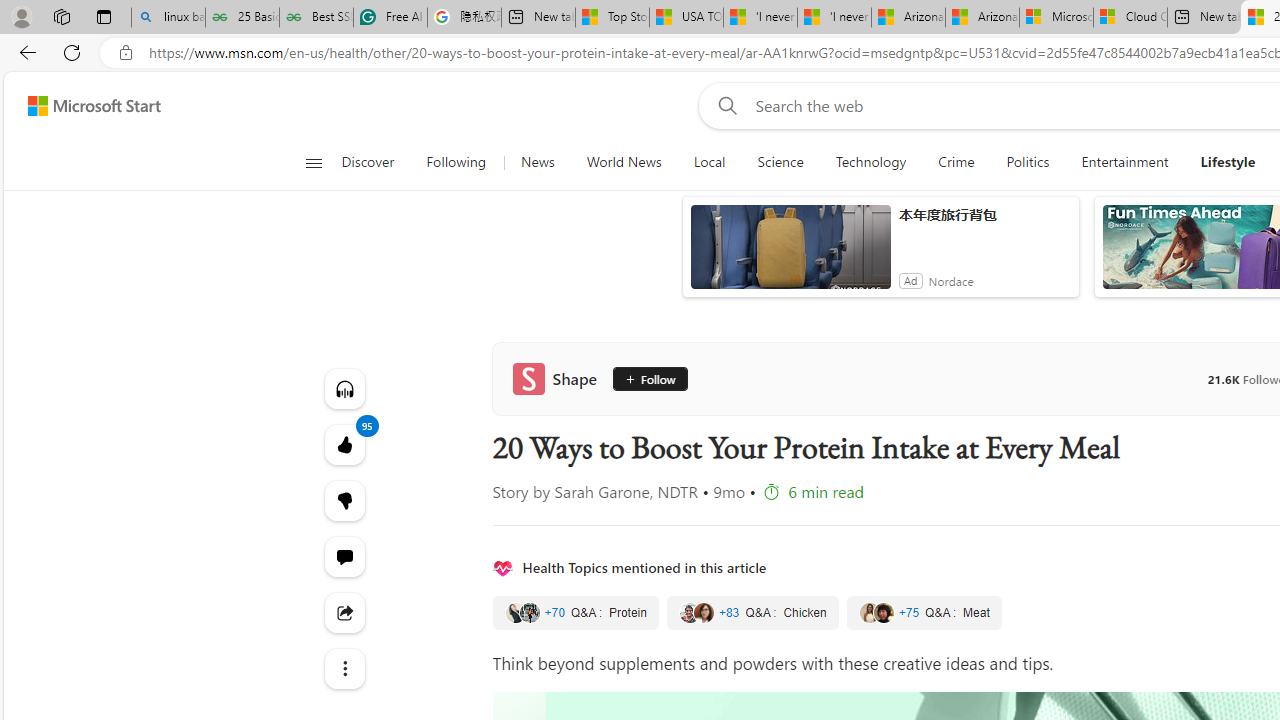  I want to click on '95 Like', so click(344, 443).